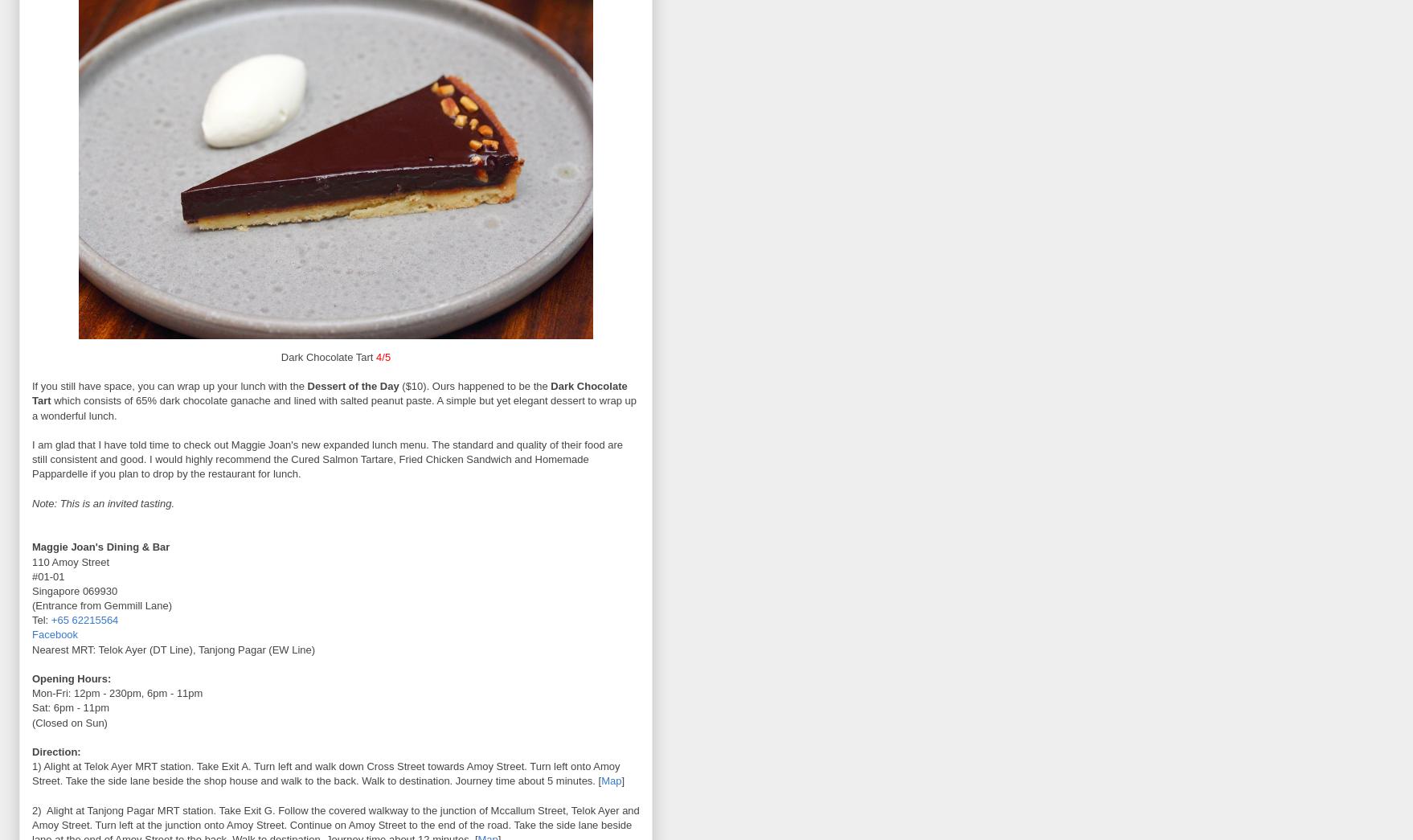 The image size is (1413, 840). What do you see at coordinates (74, 589) in the screenshot?
I see `'Singapore 069930'` at bounding box center [74, 589].